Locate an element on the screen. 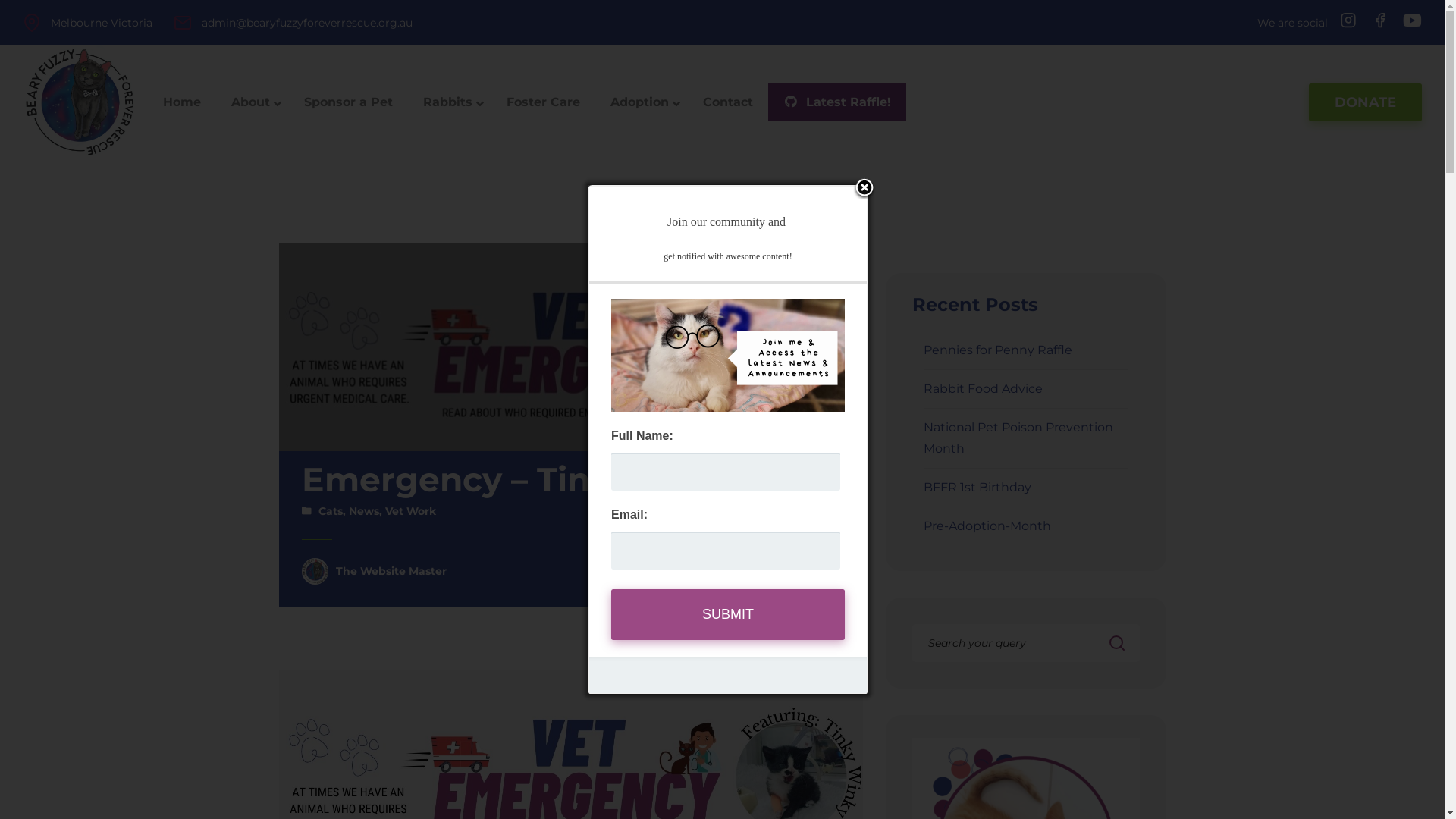  'Sponsor a Pet' is located at coordinates (347, 102).